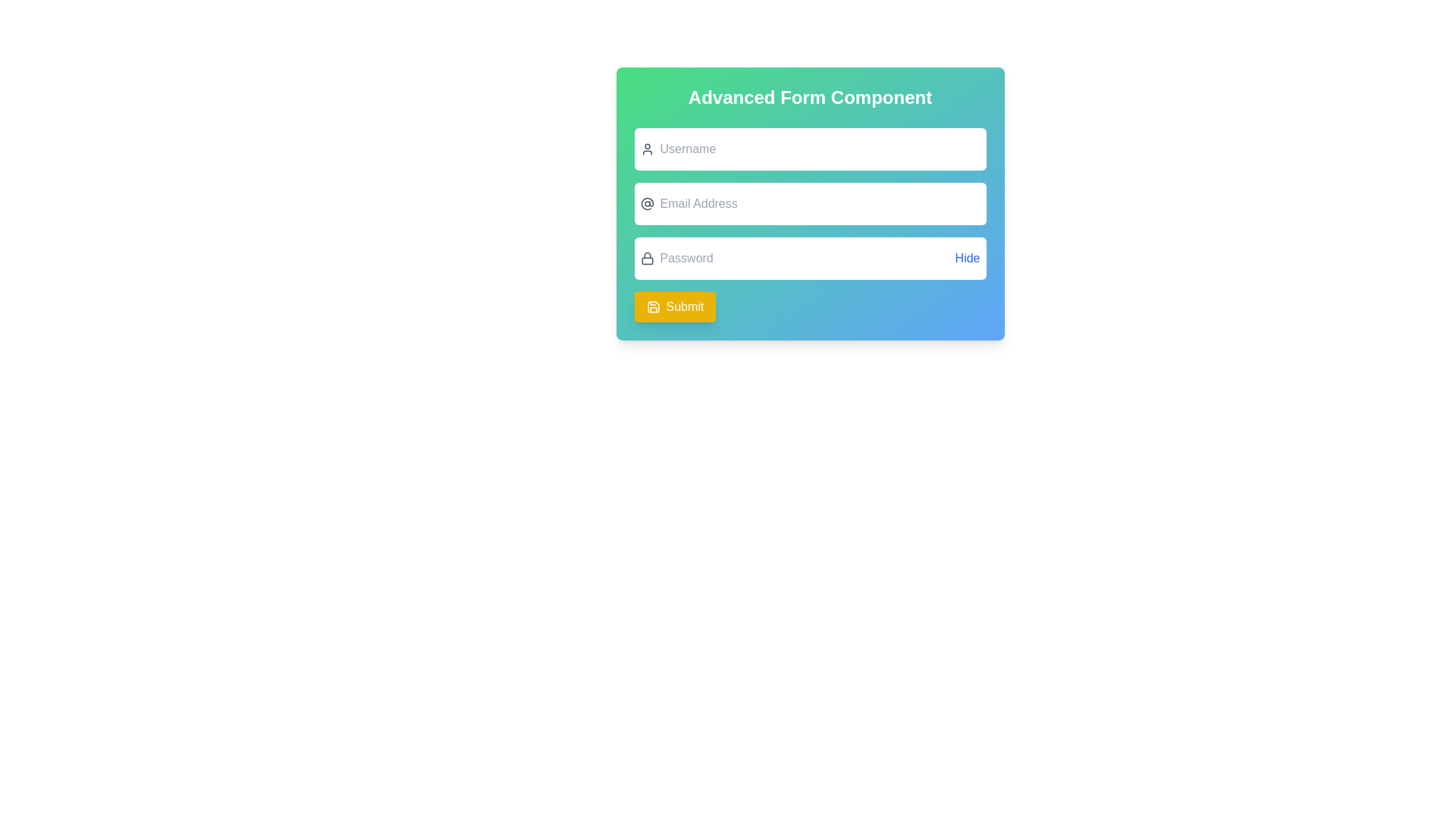  What do you see at coordinates (809, 225) in the screenshot?
I see `the text input field for email address, which is positioned below the 'Advanced Form Component' title and above the 'Password' section` at bounding box center [809, 225].